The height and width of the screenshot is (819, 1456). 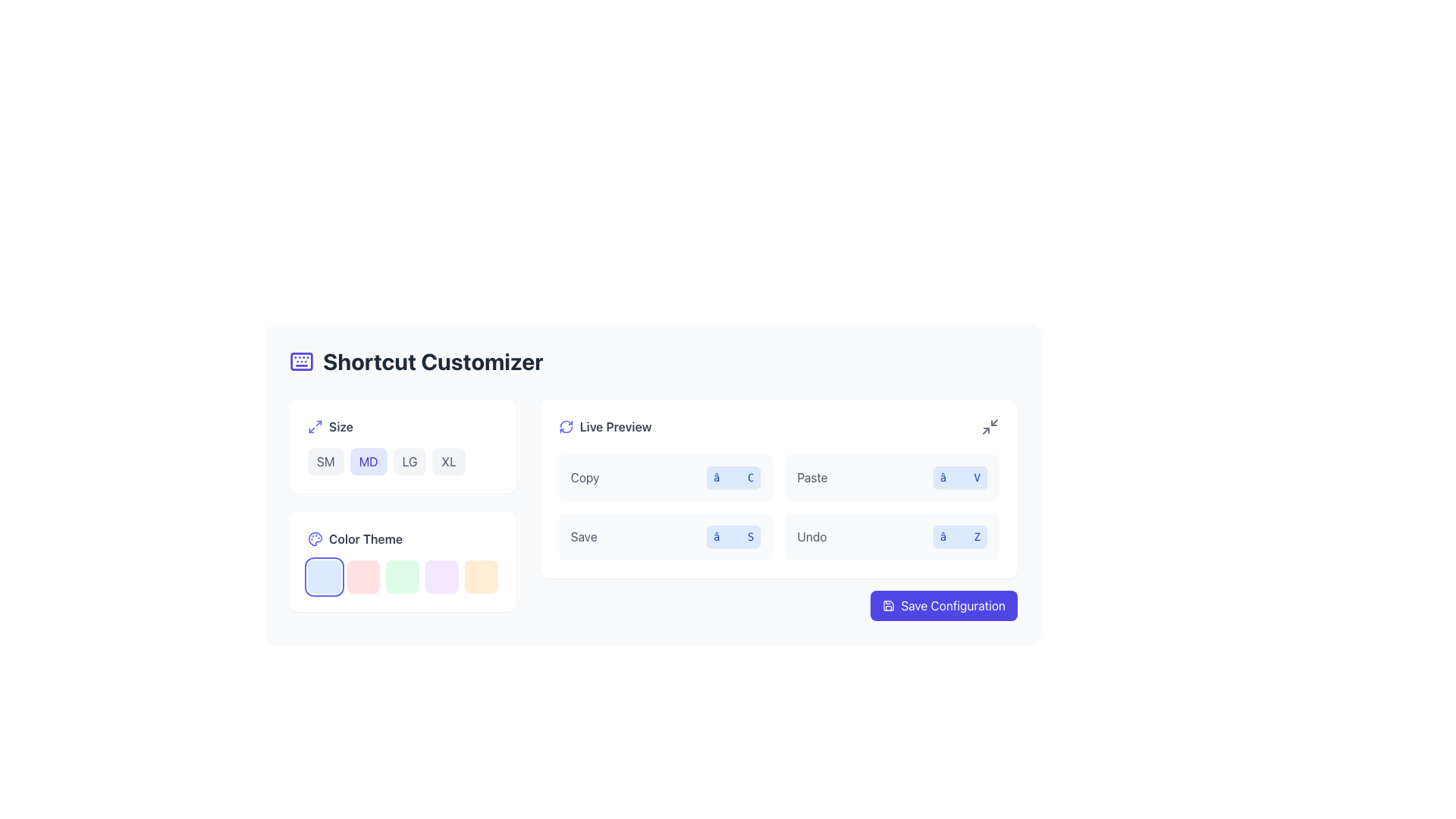 I want to click on the text content of the Text label located in the upper section of the interface, next to the keyboard icon, so click(x=432, y=362).